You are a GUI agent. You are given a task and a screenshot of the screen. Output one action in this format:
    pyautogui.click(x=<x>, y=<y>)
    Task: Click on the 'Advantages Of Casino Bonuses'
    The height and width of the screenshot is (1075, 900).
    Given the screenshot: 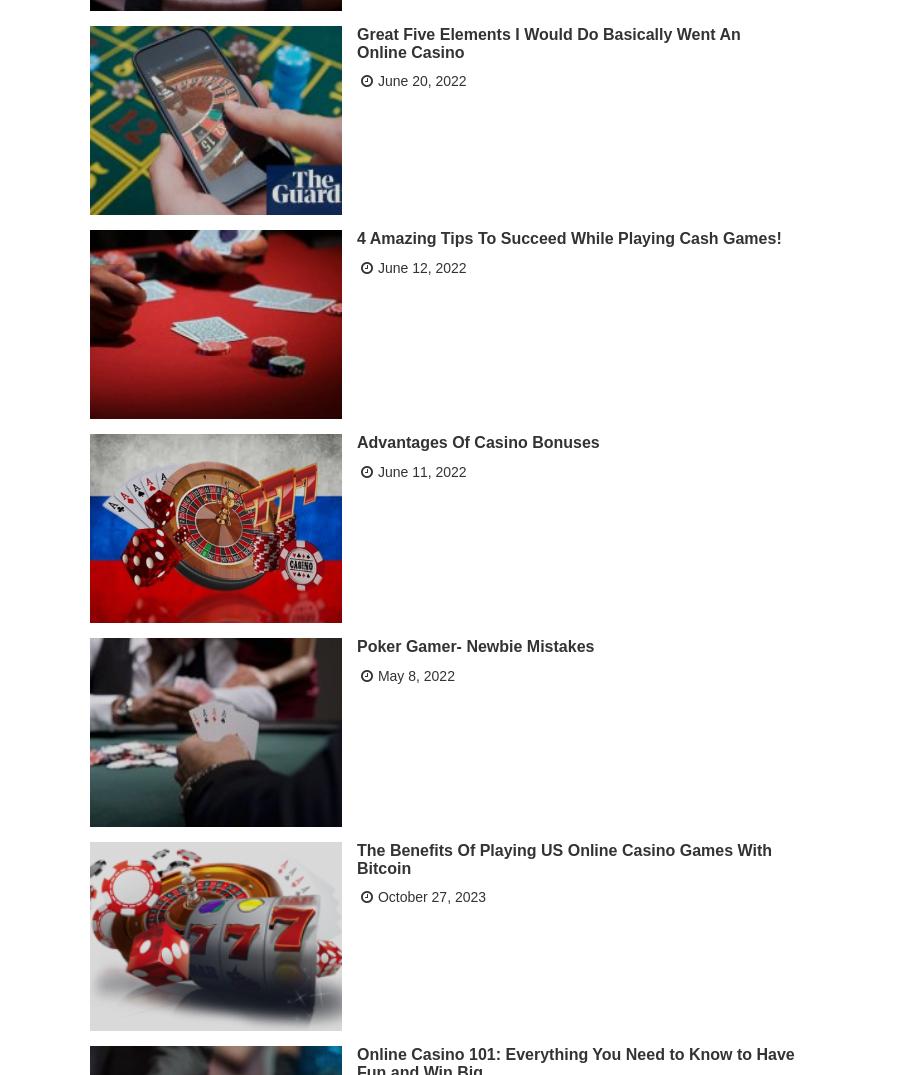 What is the action you would take?
    pyautogui.click(x=476, y=441)
    